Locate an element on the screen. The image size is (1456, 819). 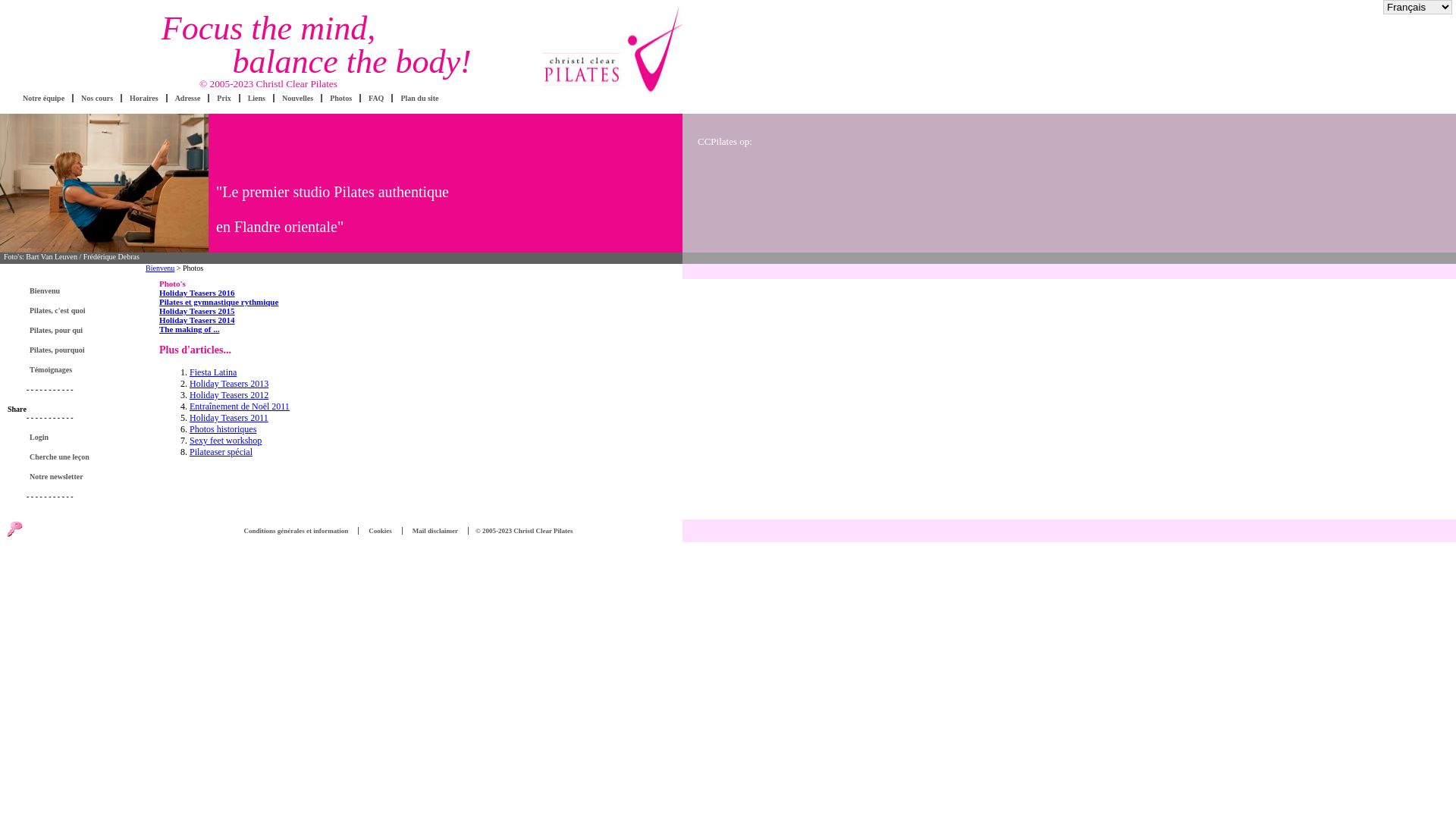
'Liens' is located at coordinates (256, 98).